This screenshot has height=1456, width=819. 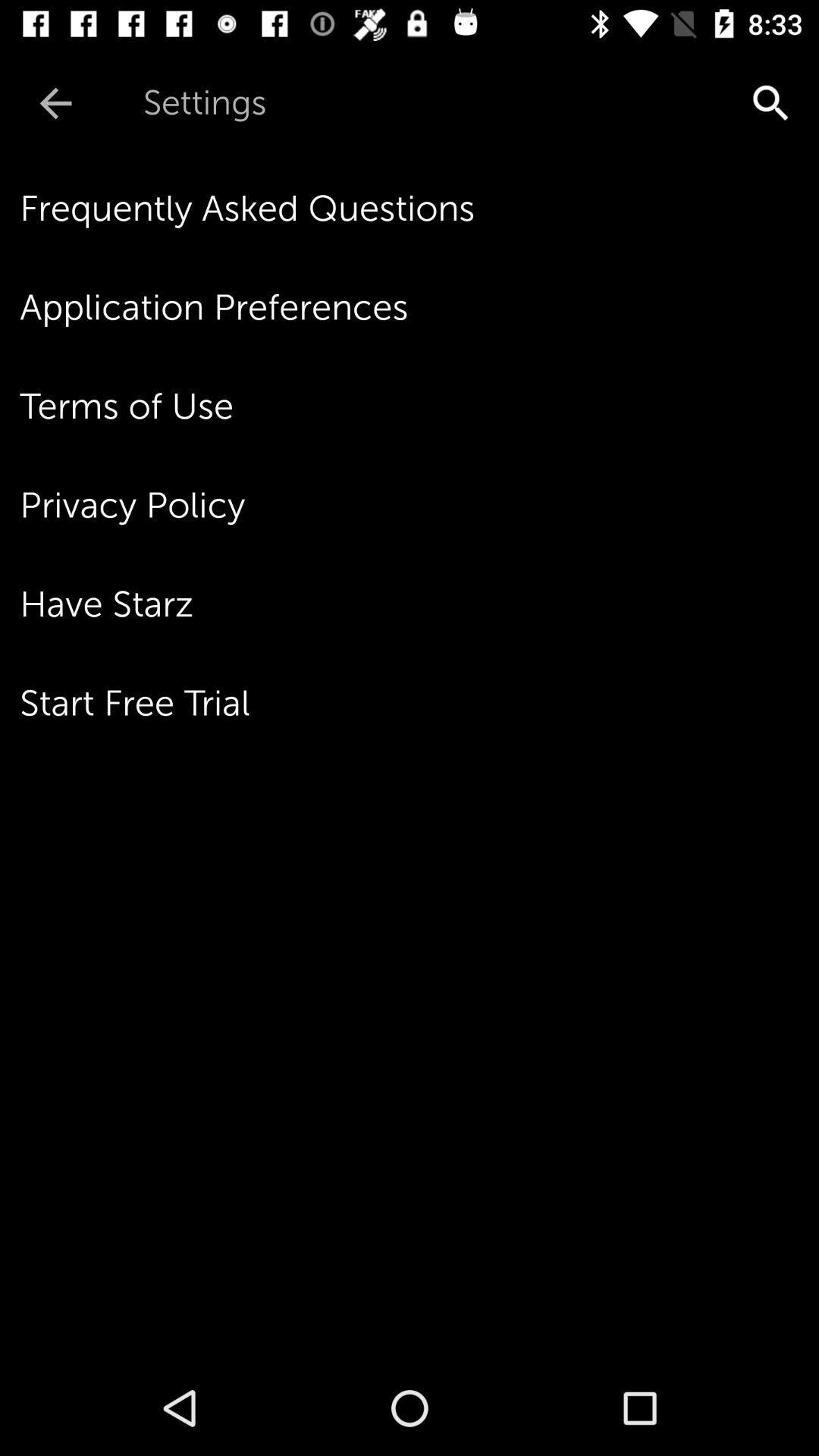 I want to click on item above the privacy policy item, so click(x=419, y=406).